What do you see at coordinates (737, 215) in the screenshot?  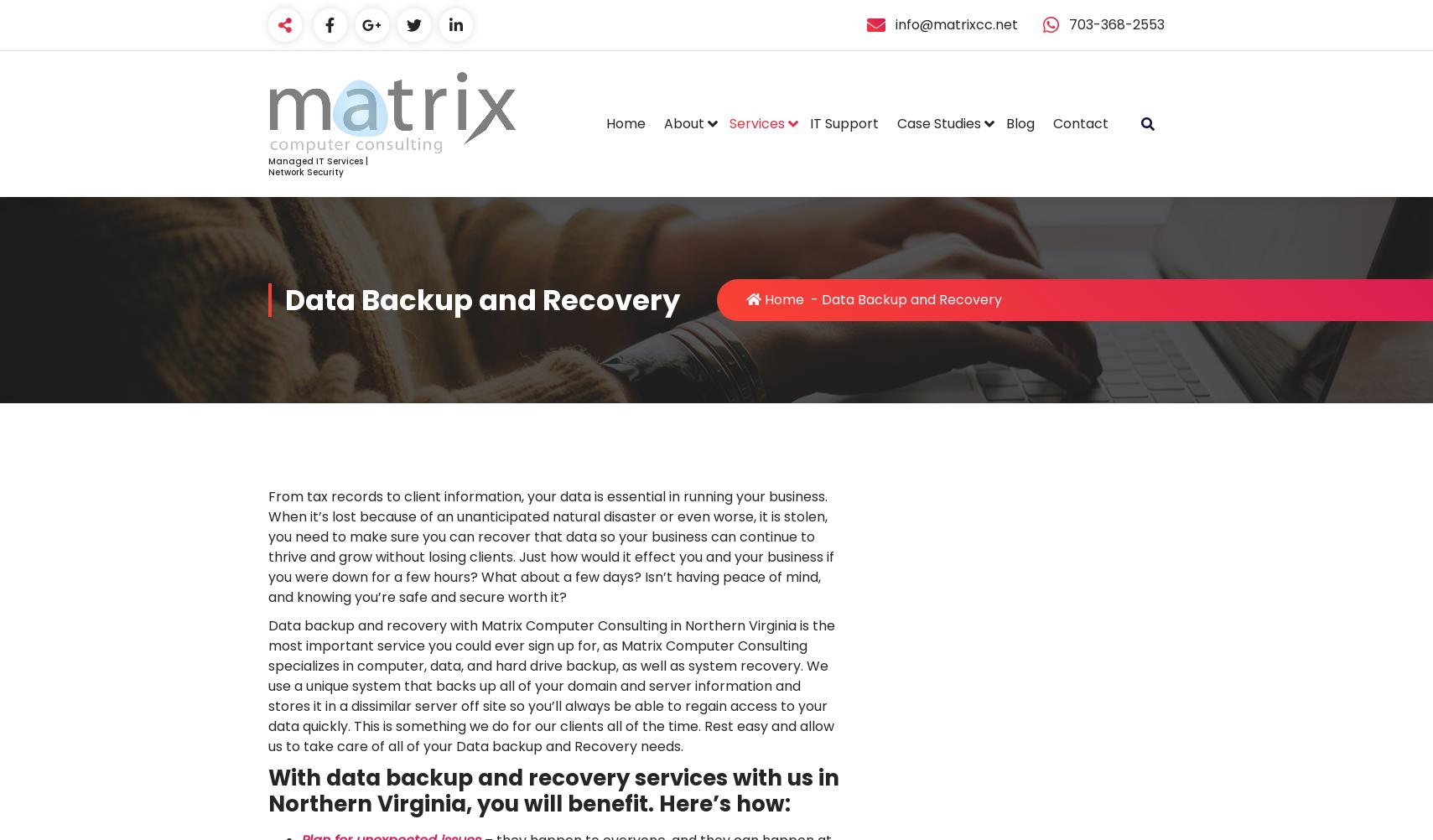 I see `'Meet the Matrix Team!'` at bounding box center [737, 215].